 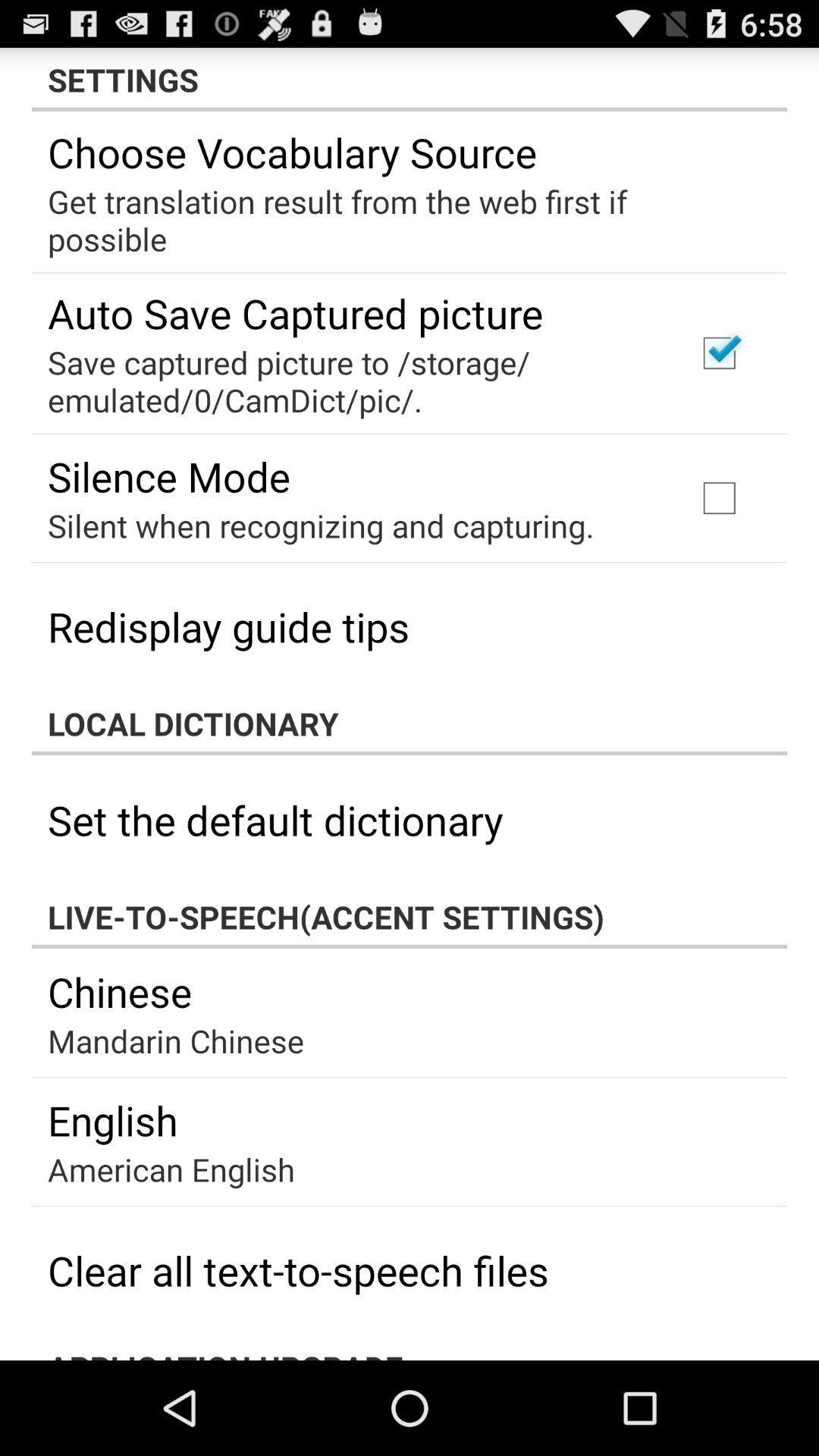 I want to click on the icon above the clear all text item, so click(x=171, y=1168).